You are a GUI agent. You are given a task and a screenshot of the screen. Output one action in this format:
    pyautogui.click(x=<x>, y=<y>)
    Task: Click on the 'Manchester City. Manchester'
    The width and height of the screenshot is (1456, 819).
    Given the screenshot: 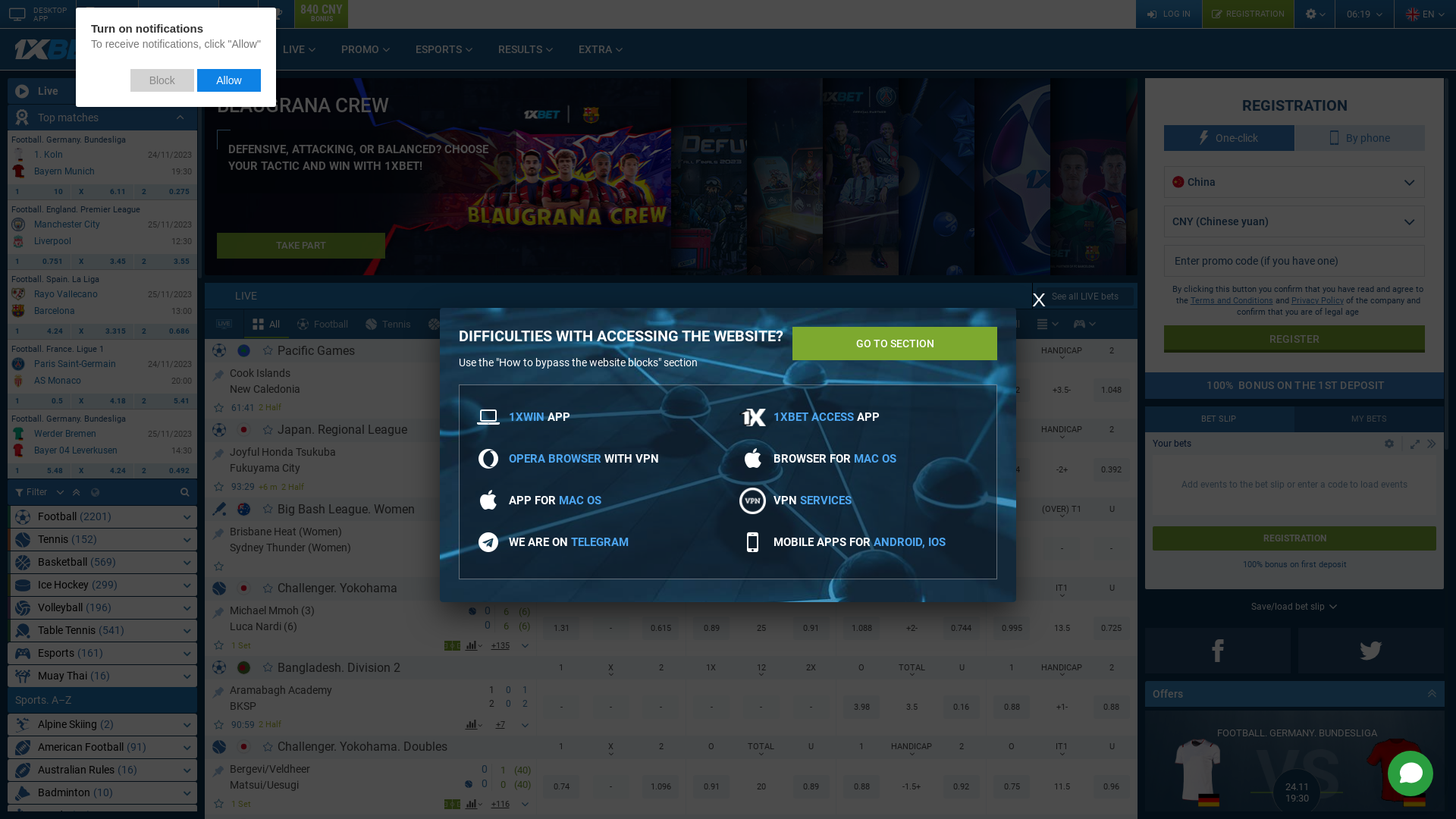 What is the action you would take?
    pyautogui.click(x=18, y=224)
    